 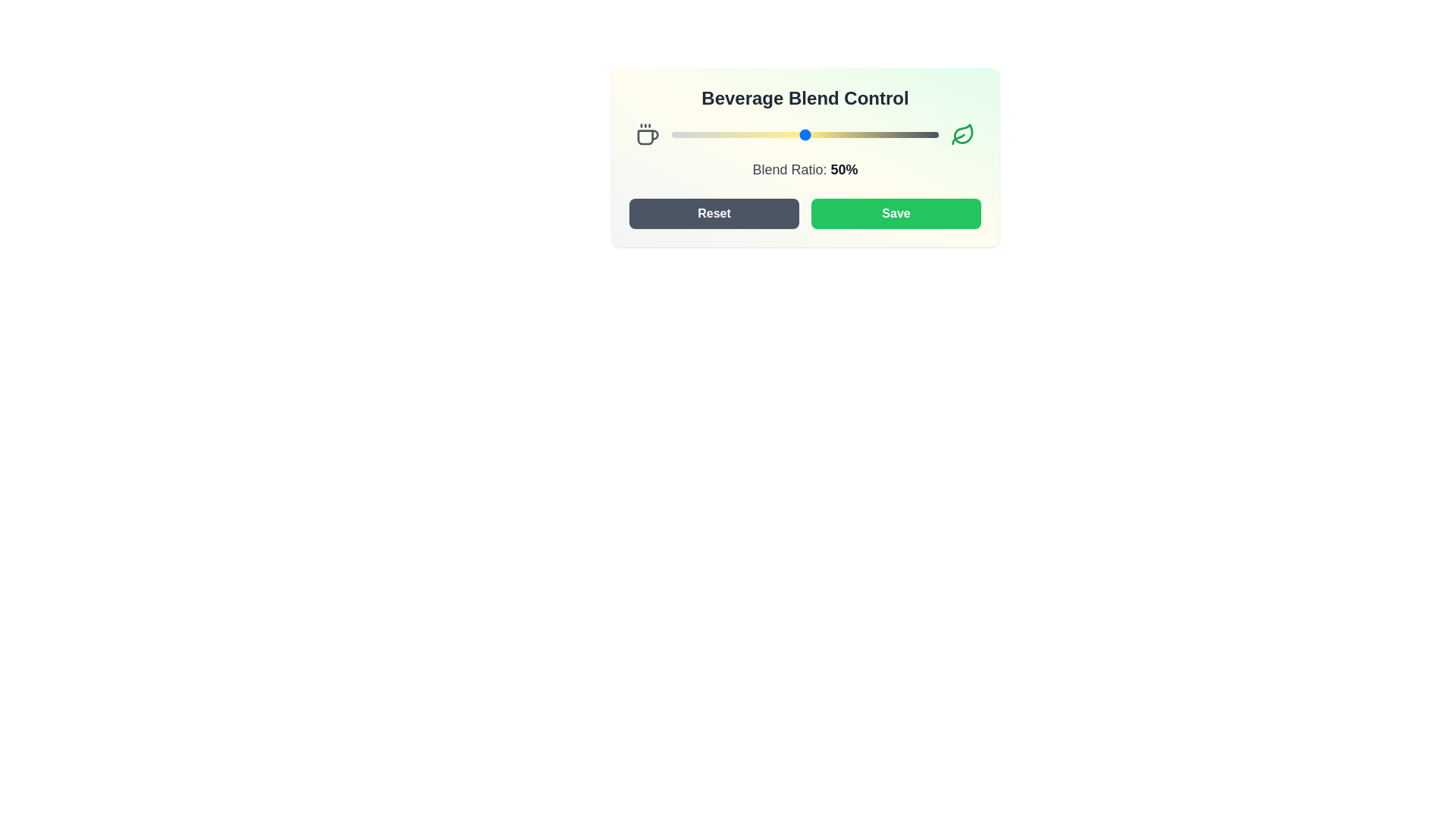 What do you see at coordinates (713, 213) in the screenshot?
I see `'Reset' button to reset the blend ratio to its default value` at bounding box center [713, 213].